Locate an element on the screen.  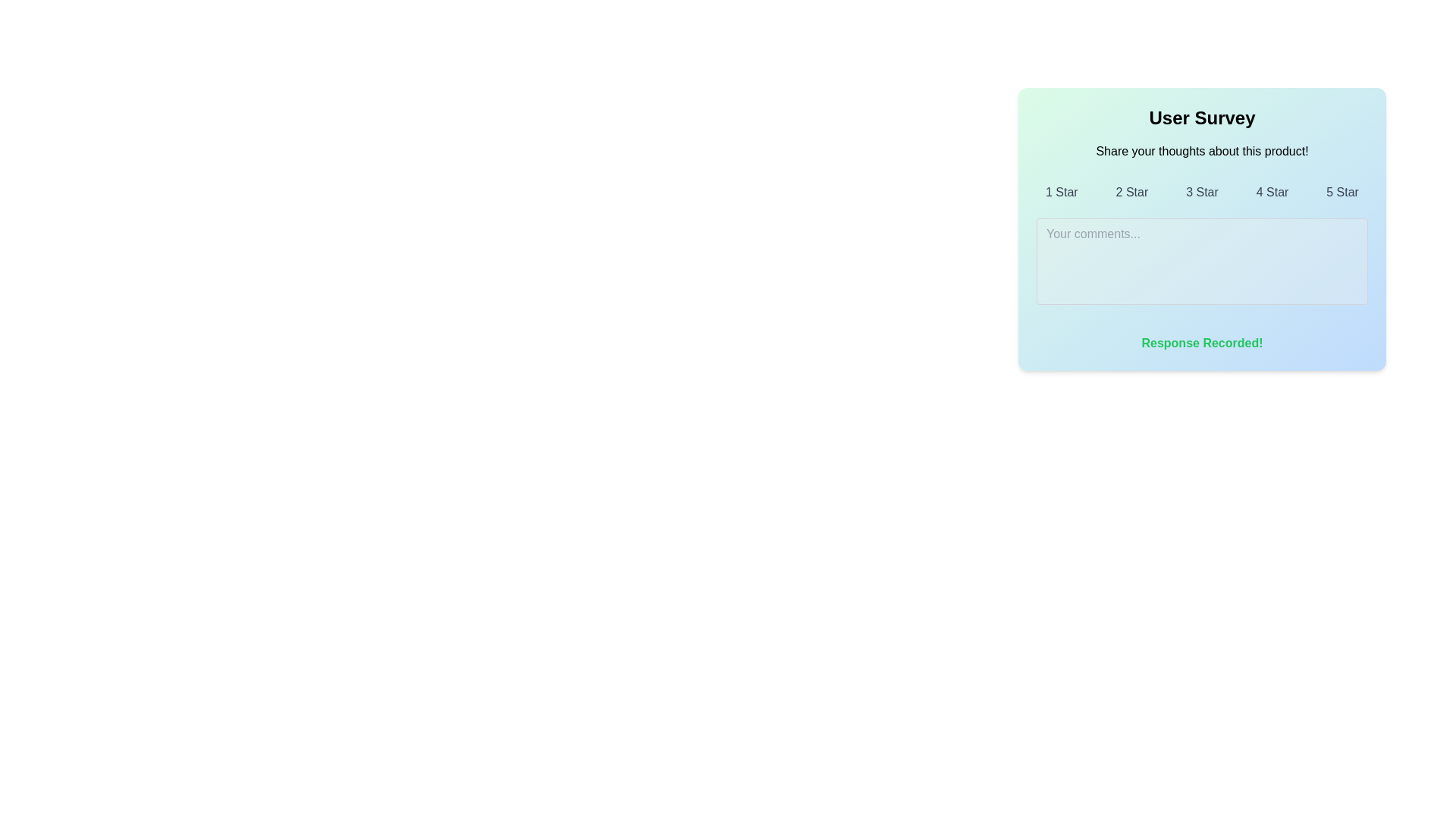
the '5 Star' pill-shaped button with gray text is located at coordinates (1342, 192).